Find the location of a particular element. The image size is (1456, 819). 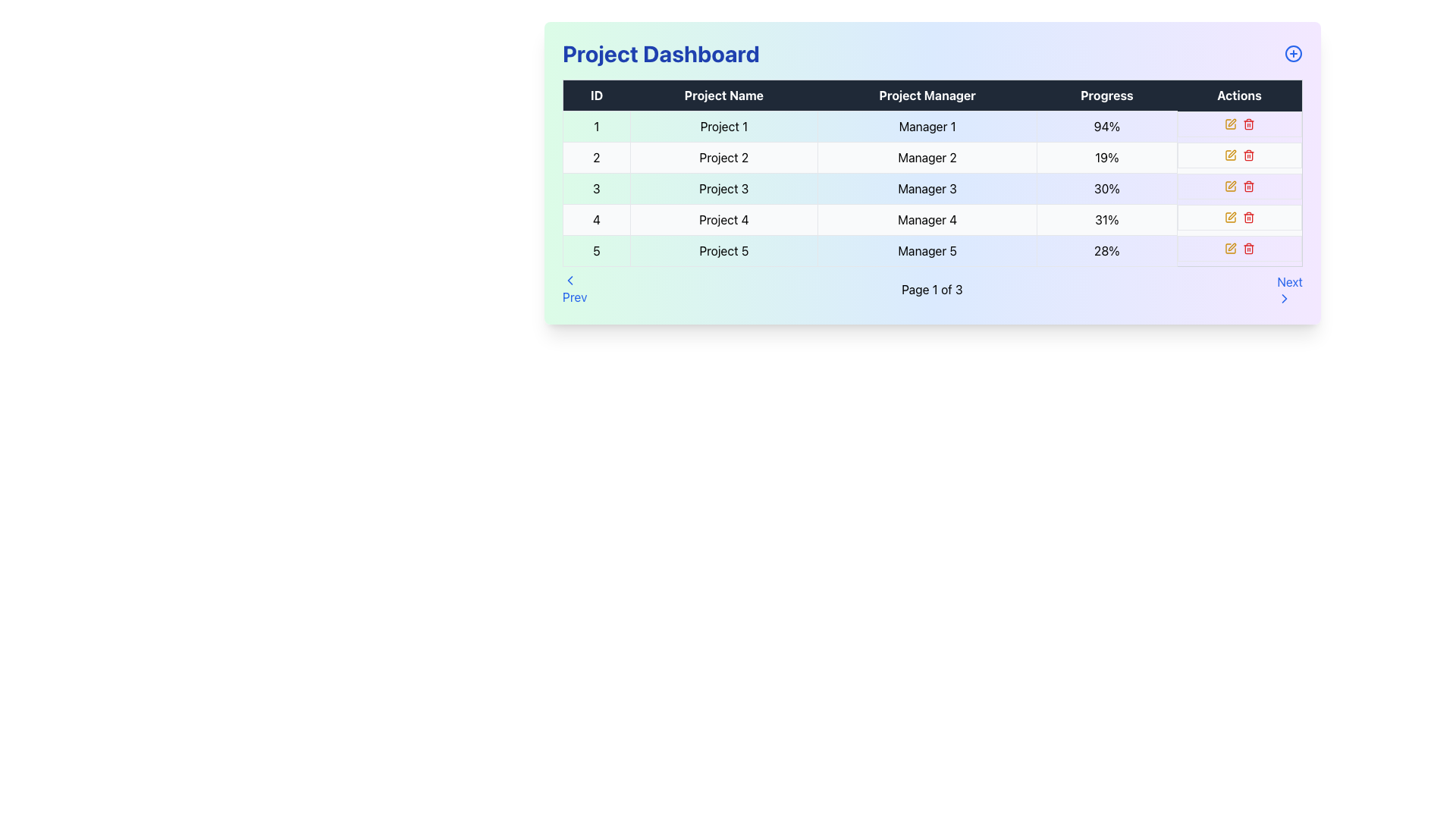

the Text label in the fifth row of the dashboard table that displays the progress percentage of a project is located at coordinates (1106, 250).